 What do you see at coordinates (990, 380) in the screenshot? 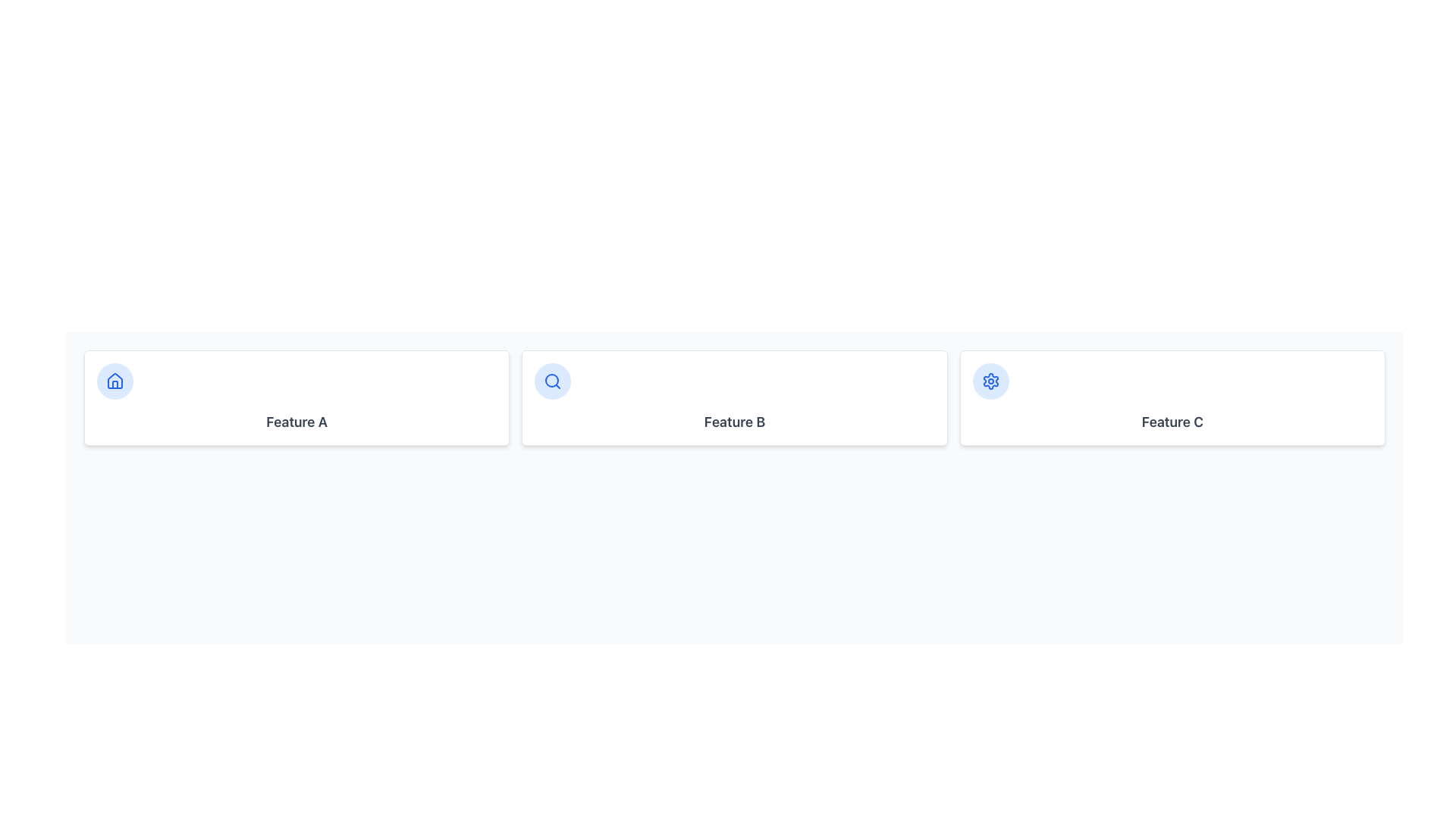
I see `the gear-shaped icon representing the settings menu in the third feature card labeled 'Feature C'` at bounding box center [990, 380].